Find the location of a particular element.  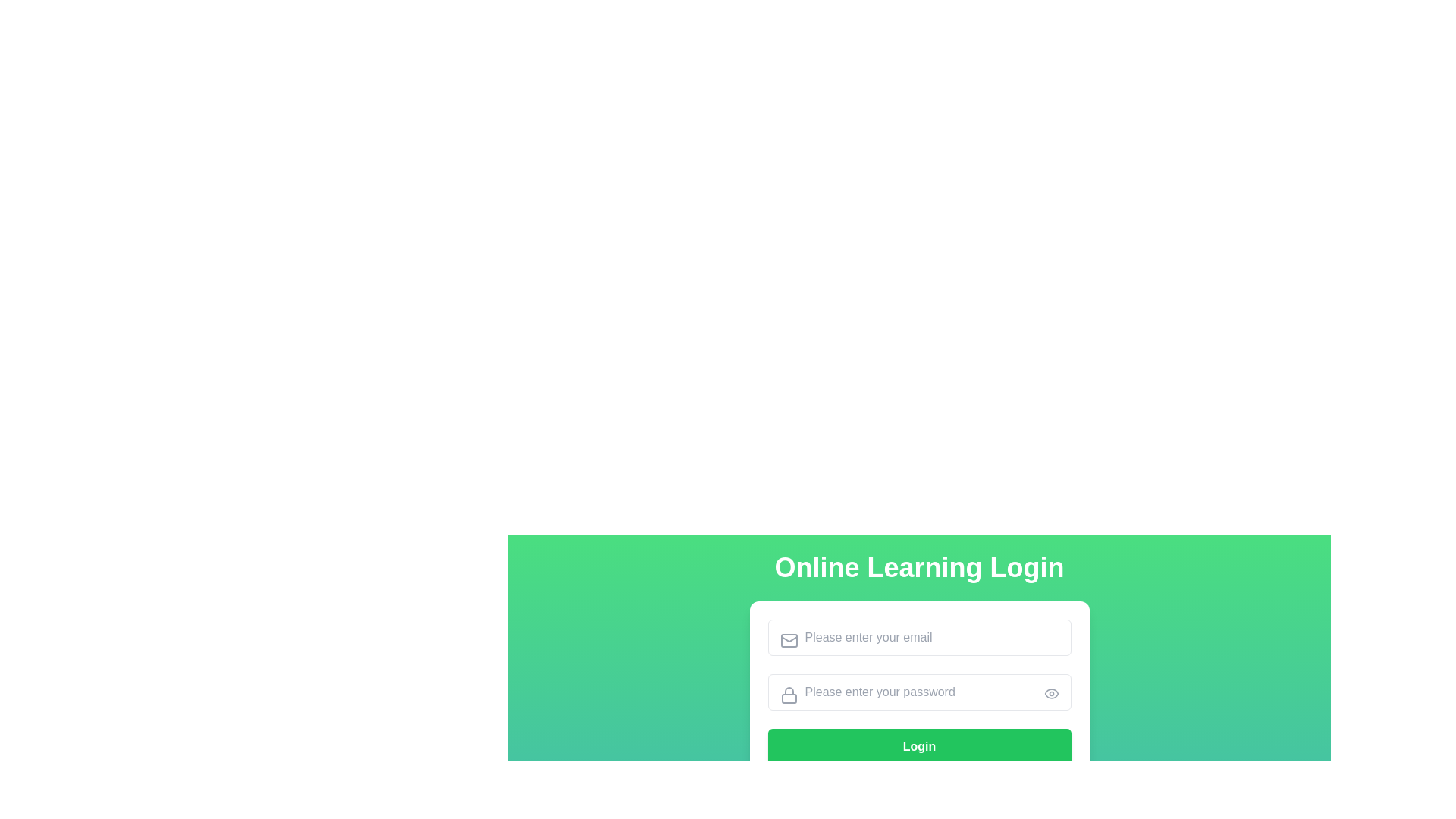

the lock icon located on the left side of the password input field, which signifies that the field is for entering a password and emphasizes security is located at coordinates (789, 695).